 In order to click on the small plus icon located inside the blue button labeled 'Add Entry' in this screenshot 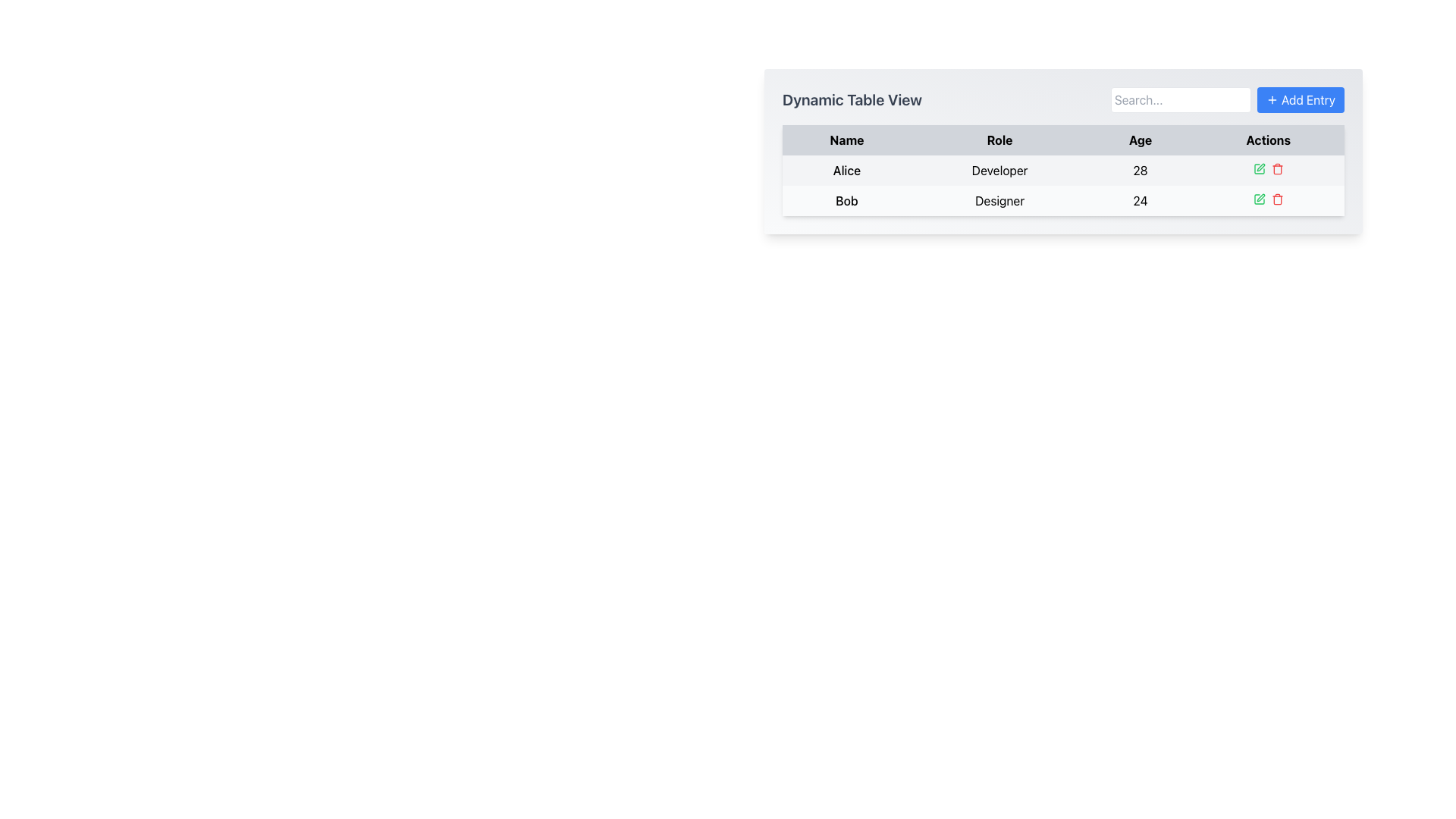, I will do `click(1272, 99)`.